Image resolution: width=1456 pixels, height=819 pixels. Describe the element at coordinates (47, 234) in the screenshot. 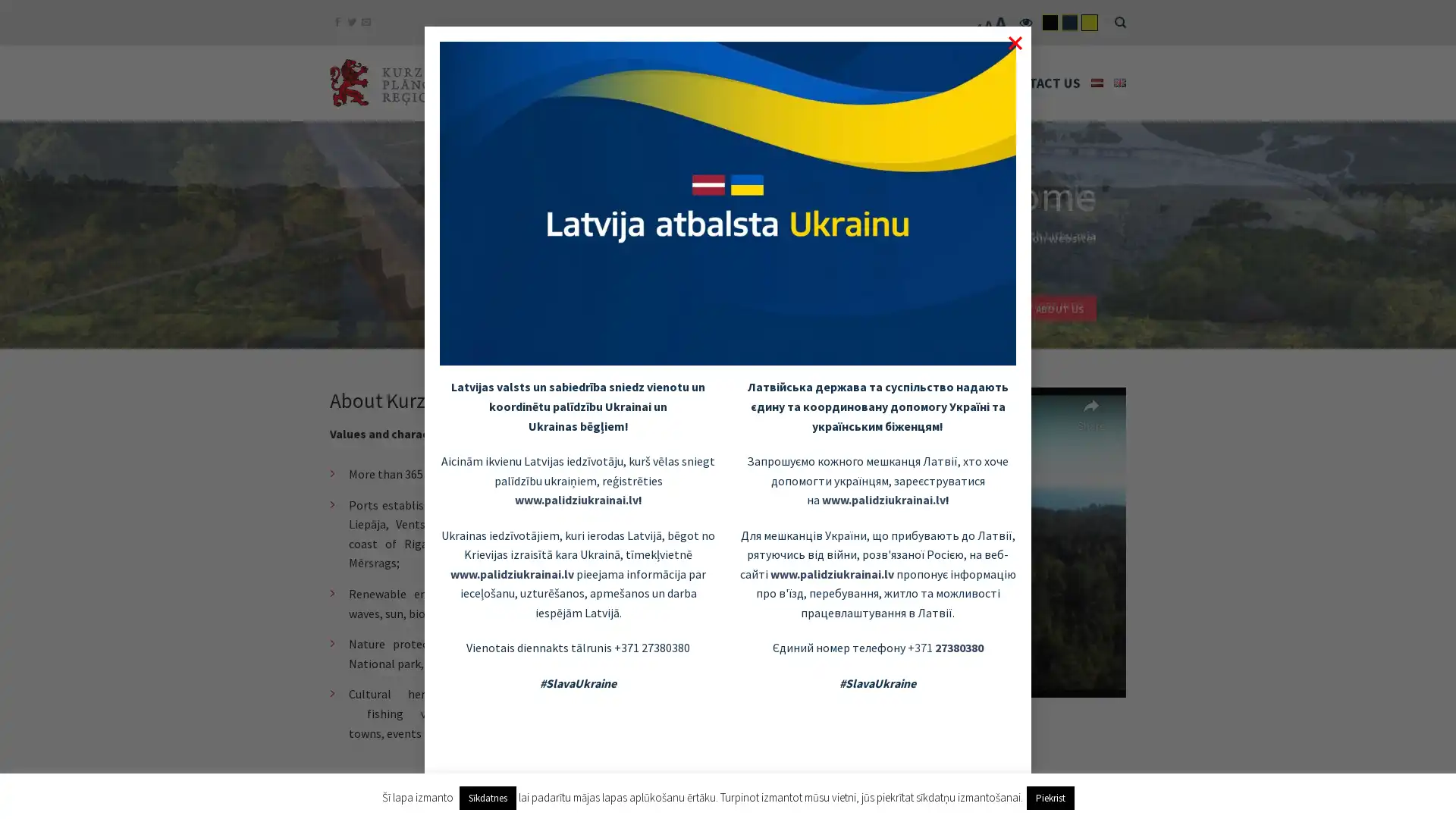

I see `previous` at that location.